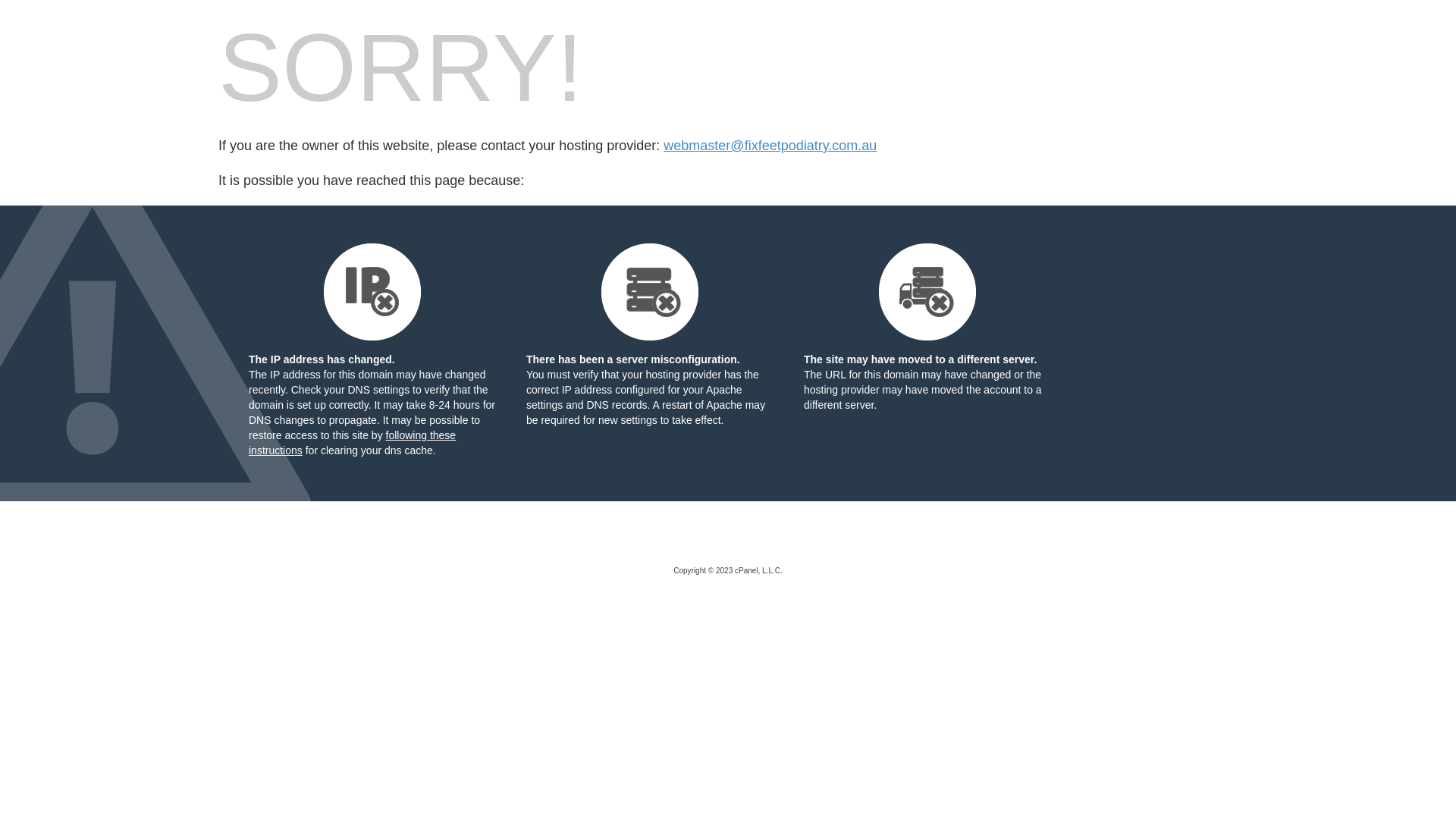  Describe the element at coordinates (248, 442) in the screenshot. I see `'following these instructions'` at that location.